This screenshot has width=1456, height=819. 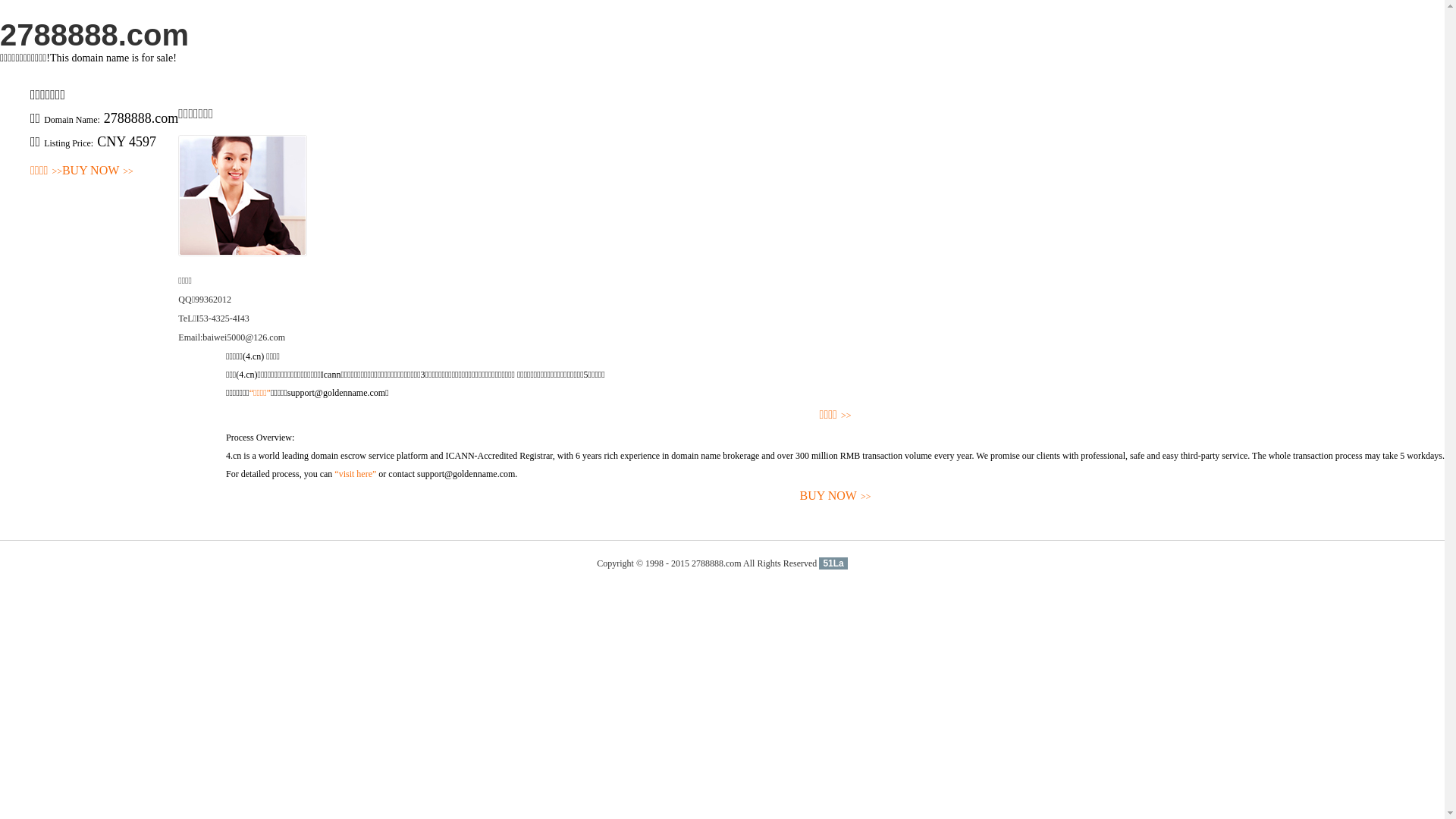 What do you see at coordinates (97, 171) in the screenshot?
I see `'BUY NOW>>'` at bounding box center [97, 171].